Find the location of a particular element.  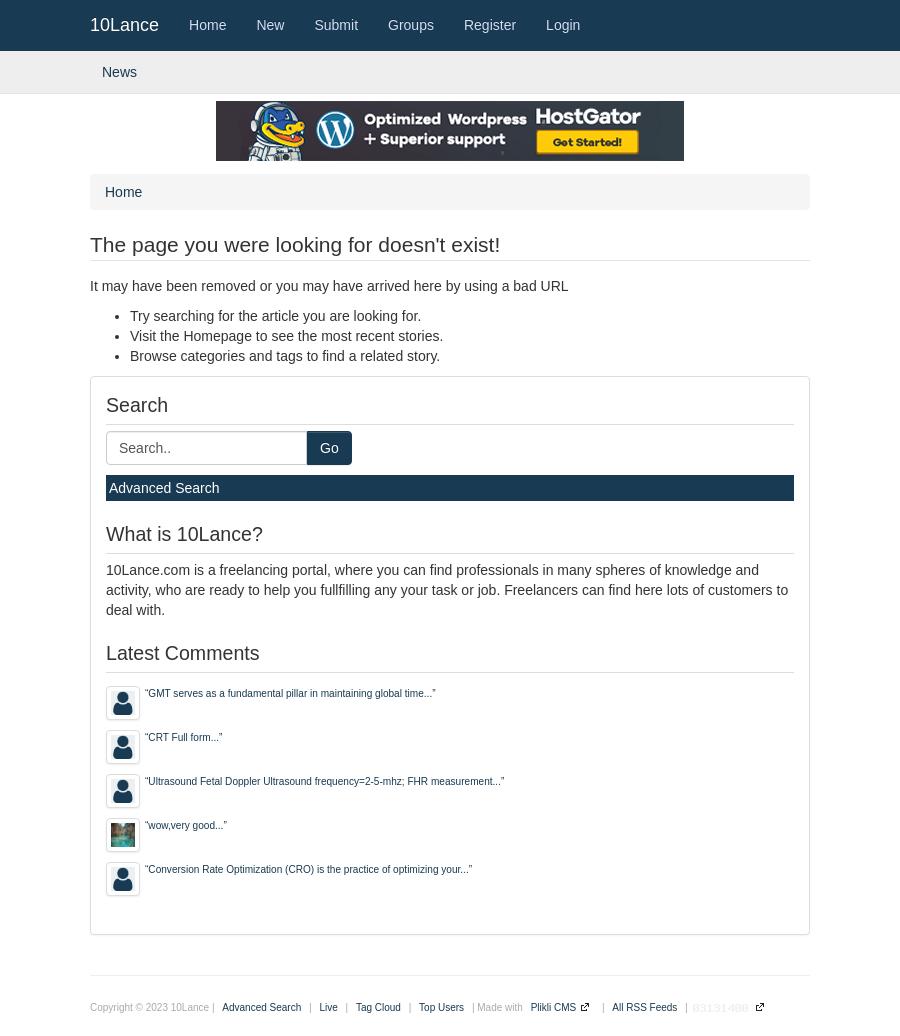

'Login' is located at coordinates (562, 24).